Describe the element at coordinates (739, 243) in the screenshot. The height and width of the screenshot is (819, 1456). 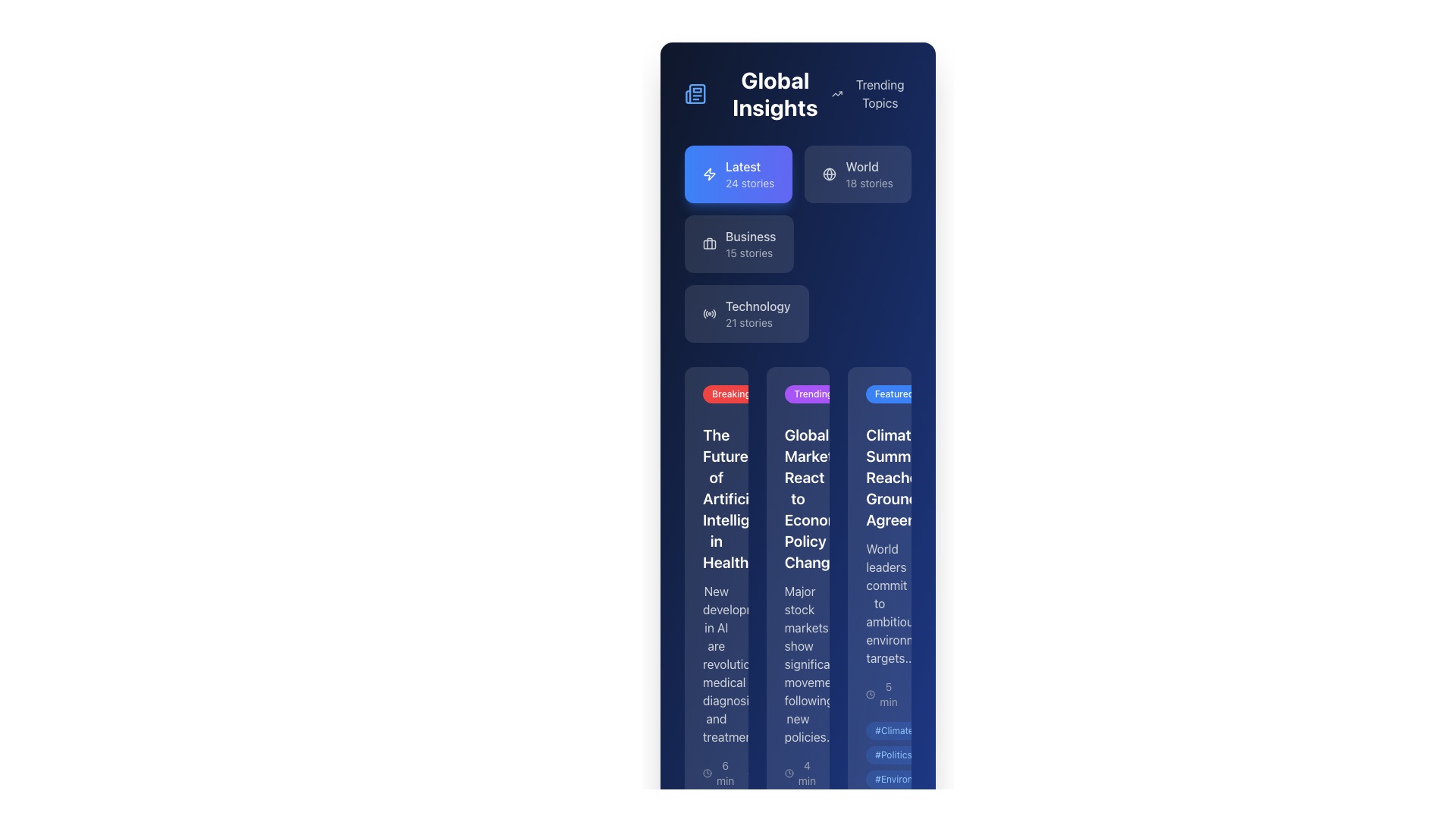
I see `the 'Business' button, which has a label in medium font weight stating 'Business' and an additional line '15 stories' below it, located in the third position of a vertical list in a sidebar interface` at that location.